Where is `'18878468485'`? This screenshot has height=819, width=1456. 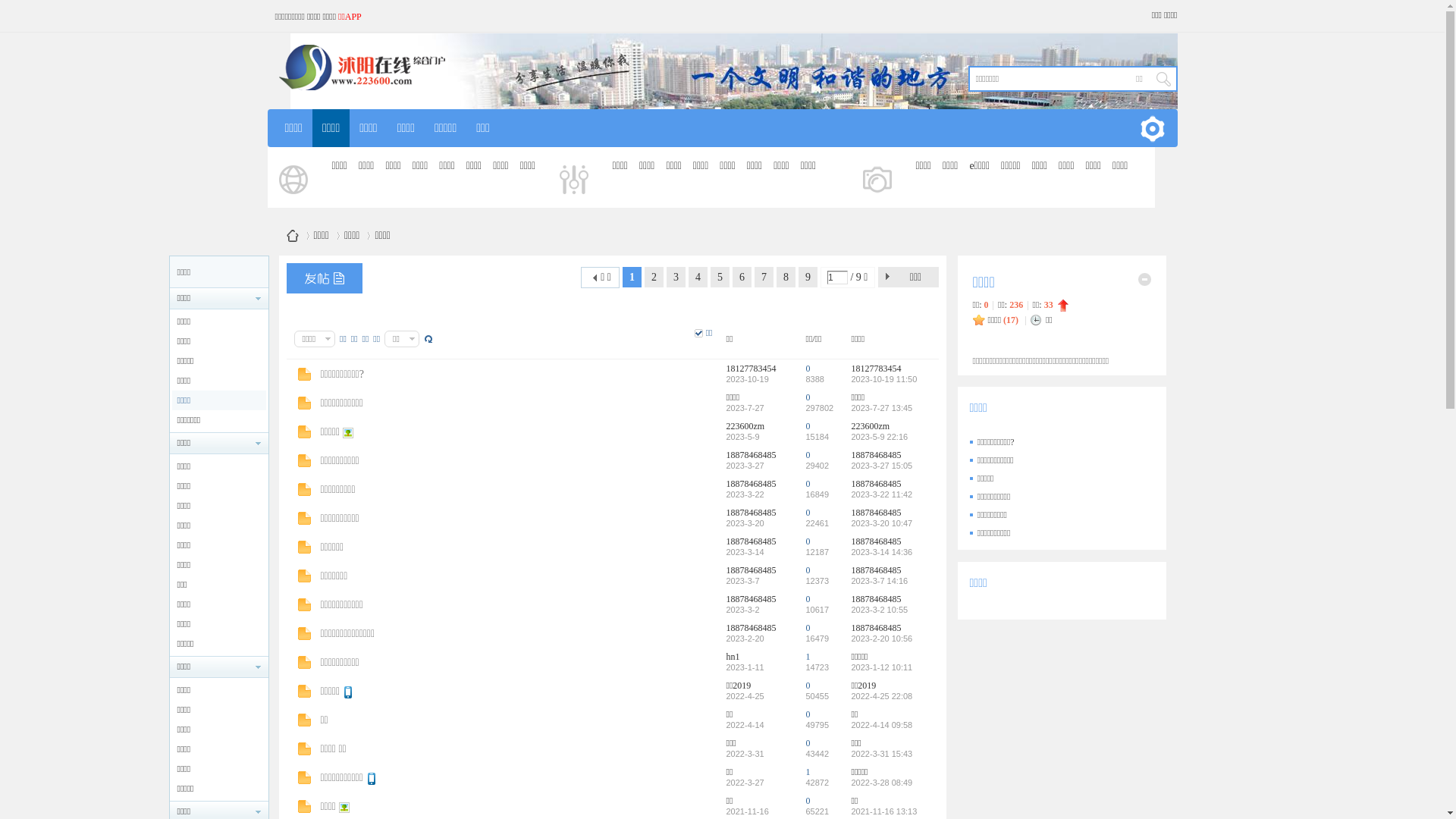
'18878468485' is located at coordinates (751, 540).